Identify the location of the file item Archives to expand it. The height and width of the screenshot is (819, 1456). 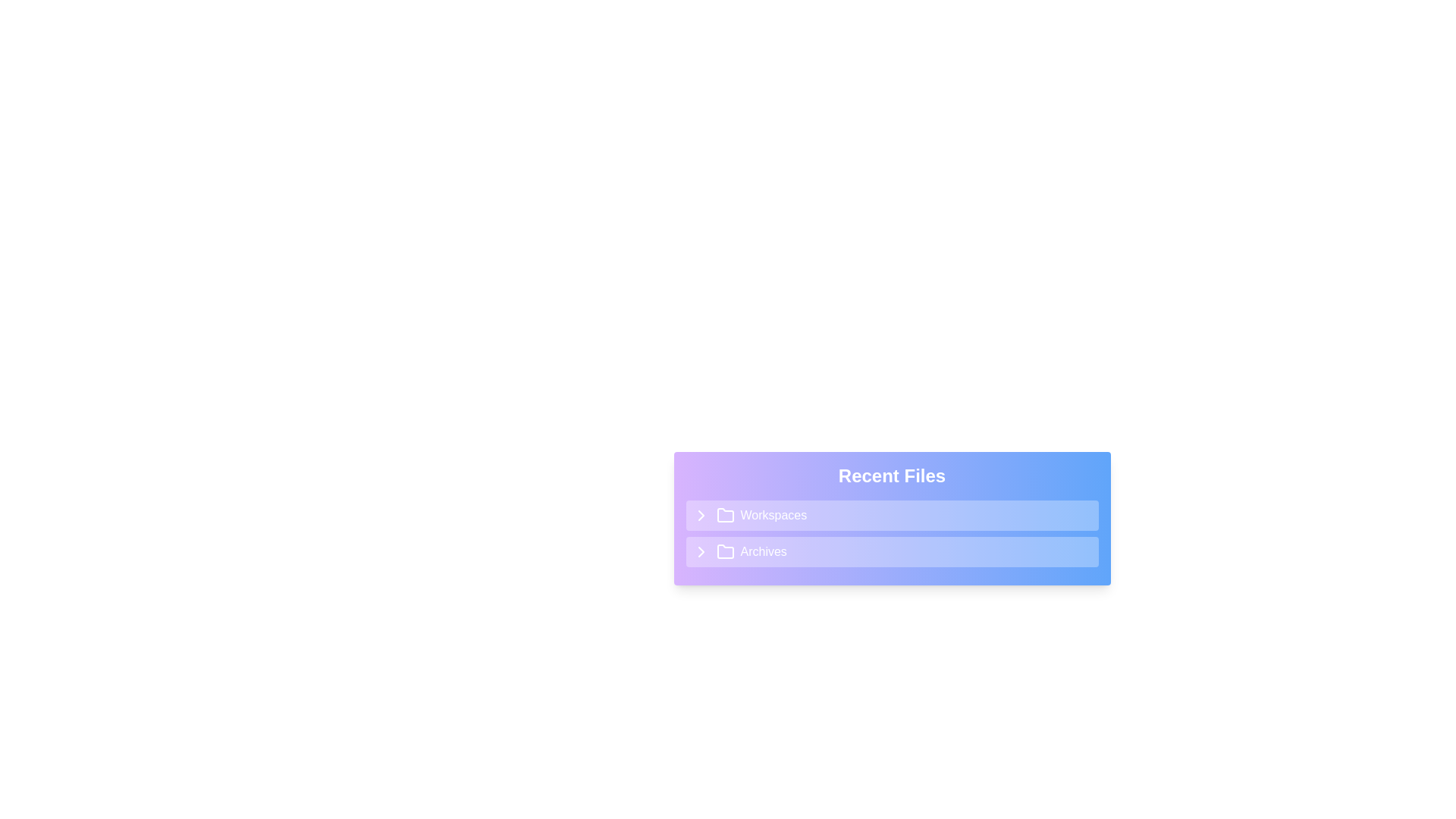
(892, 552).